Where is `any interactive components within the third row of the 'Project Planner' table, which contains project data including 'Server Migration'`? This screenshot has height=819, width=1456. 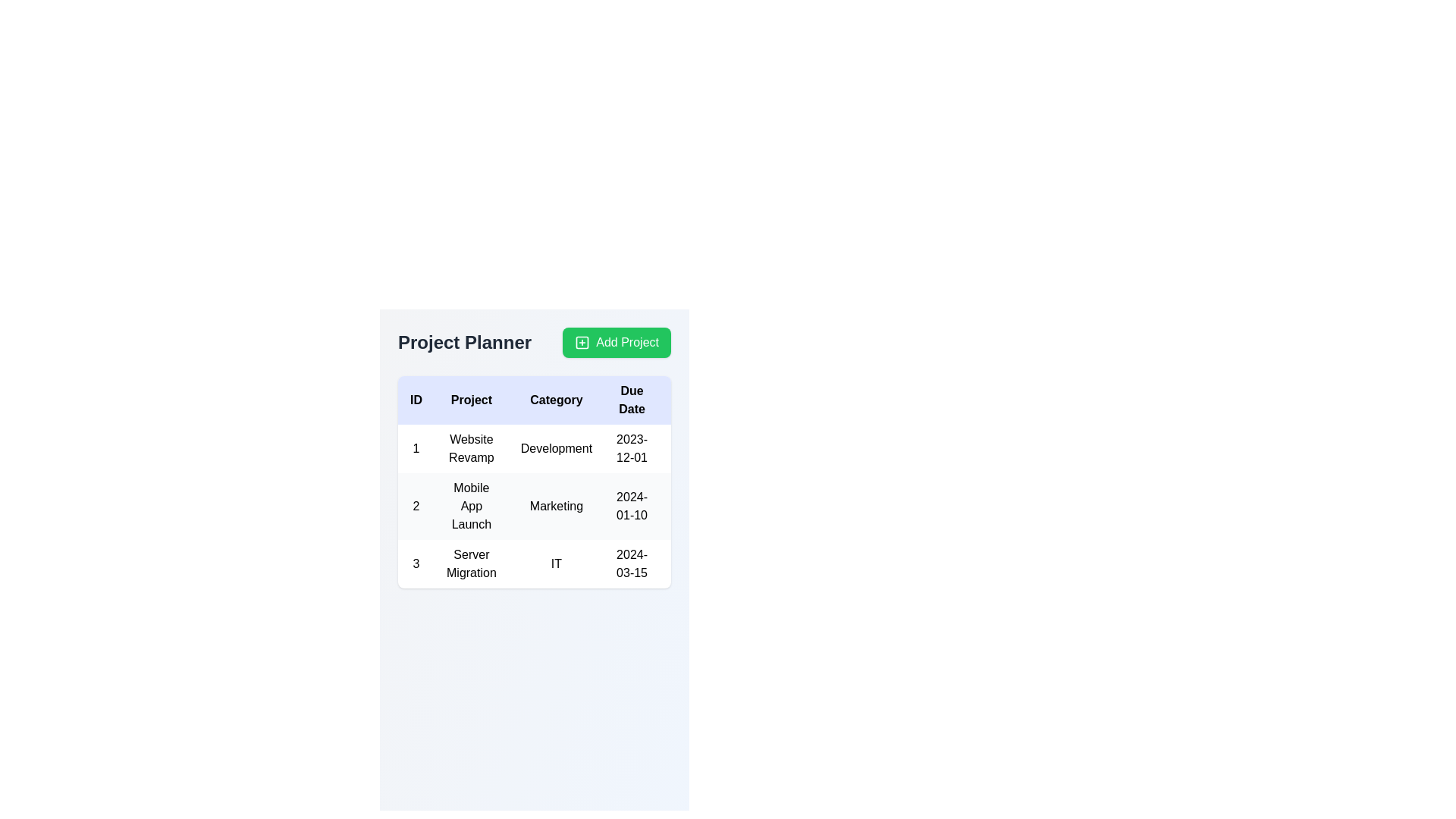 any interactive components within the third row of the 'Project Planner' table, which contains project data including 'Server Migration' is located at coordinates (615, 564).